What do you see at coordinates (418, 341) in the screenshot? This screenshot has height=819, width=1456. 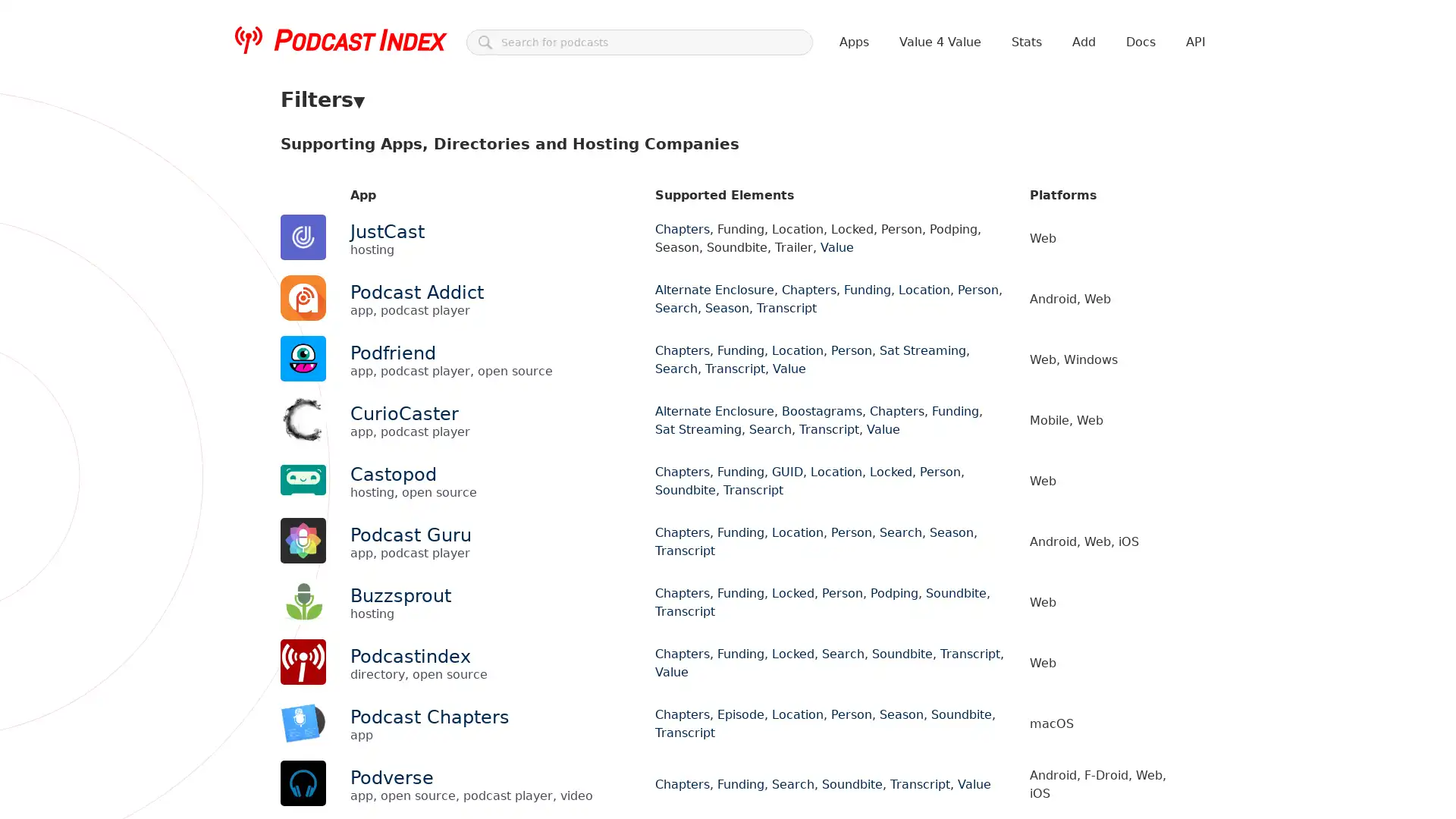 I see `Wordpress` at bounding box center [418, 341].